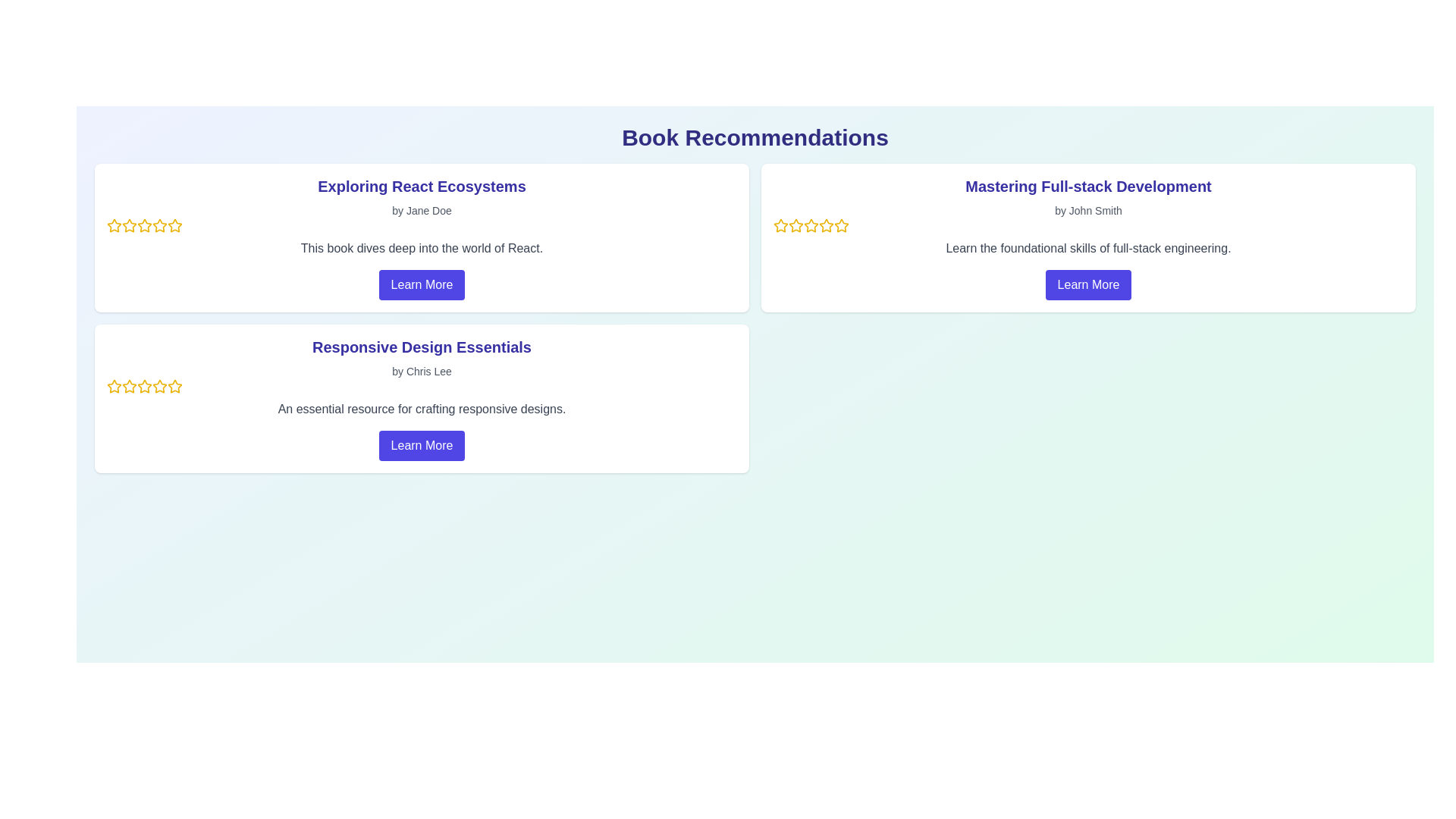 The image size is (1456, 819). What do you see at coordinates (112, 385) in the screenshot?
I see `the first star icon in the rating system for the 'Responsive Design Essentials' item` at bounding box center [112, 385].